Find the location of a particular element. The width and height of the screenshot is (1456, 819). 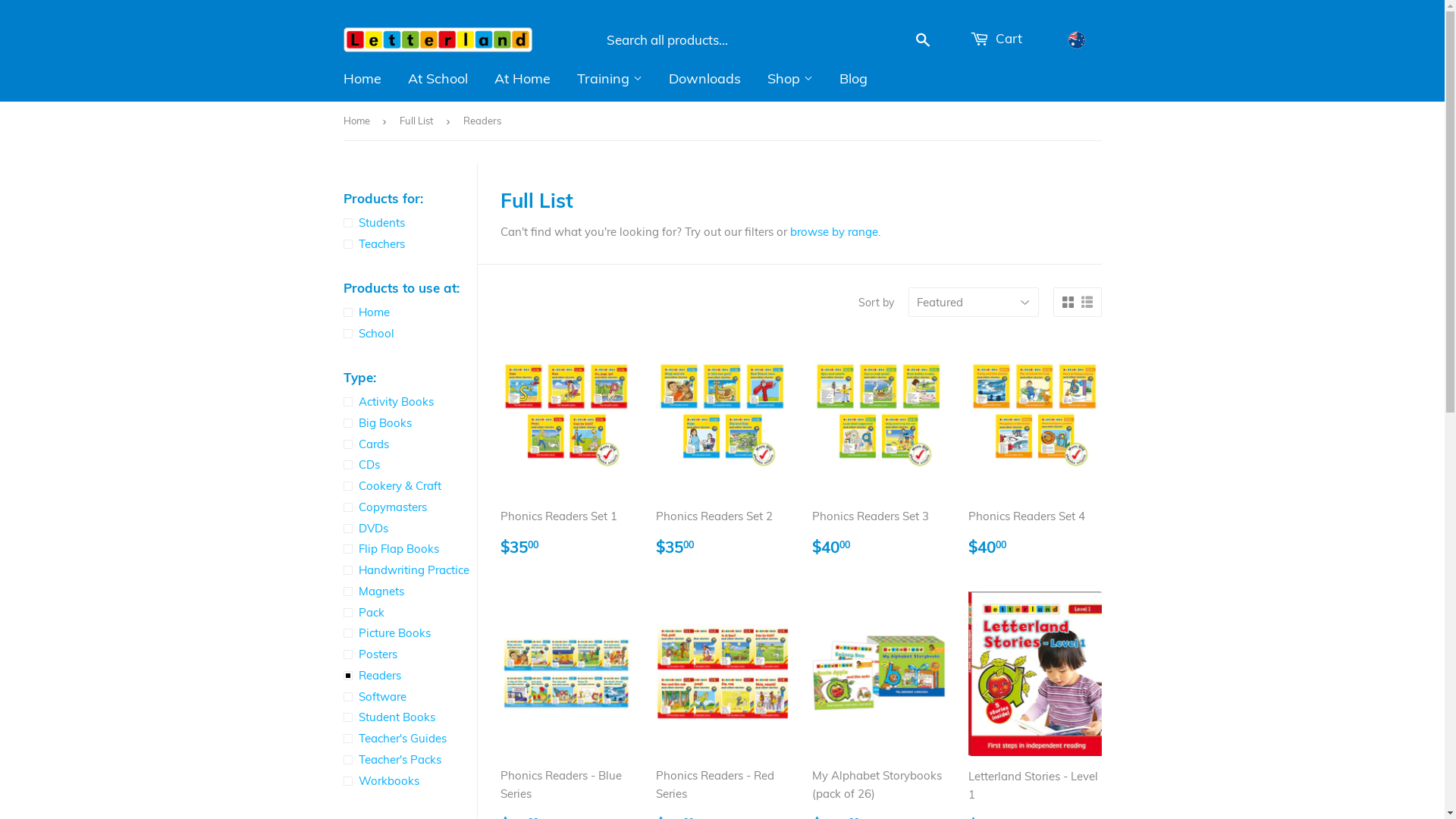

'Pack' is located at coordinates (341, 611).